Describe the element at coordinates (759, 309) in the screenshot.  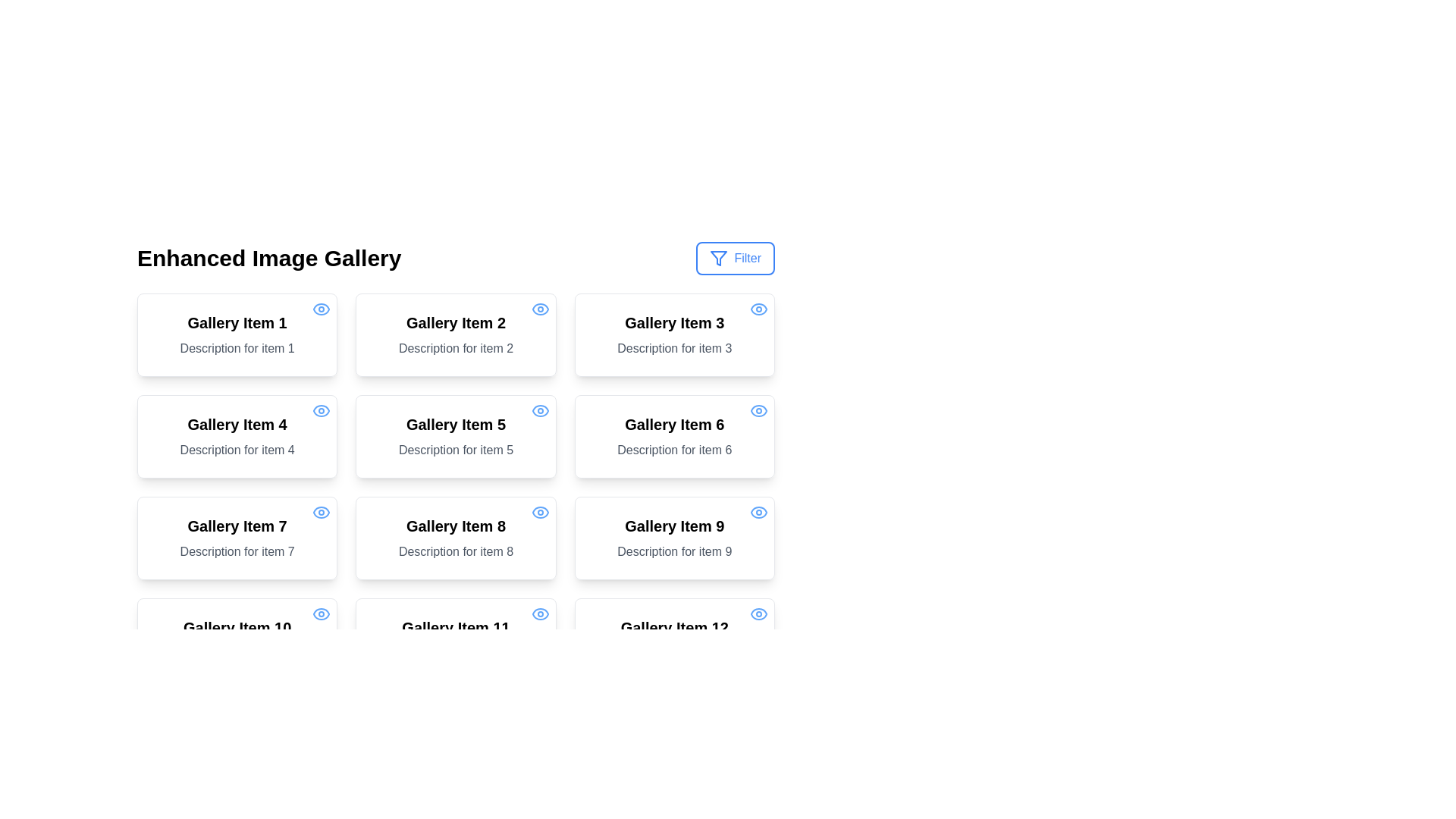
I see `the blue eye icon located at the top-right corner of the 'Gallery Item 3' card` at that location.